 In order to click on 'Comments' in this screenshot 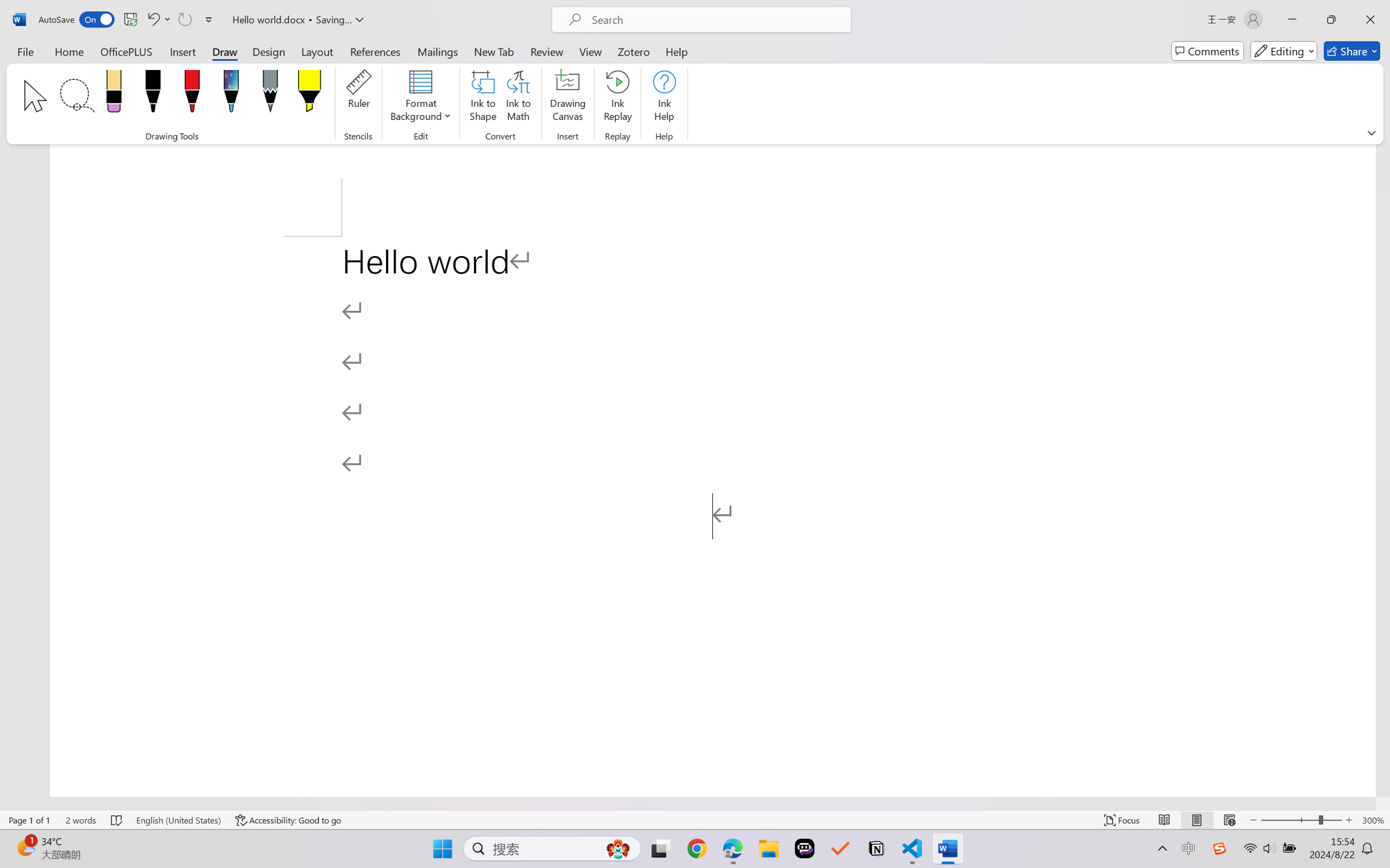, I will do `click(1207, 51)`.